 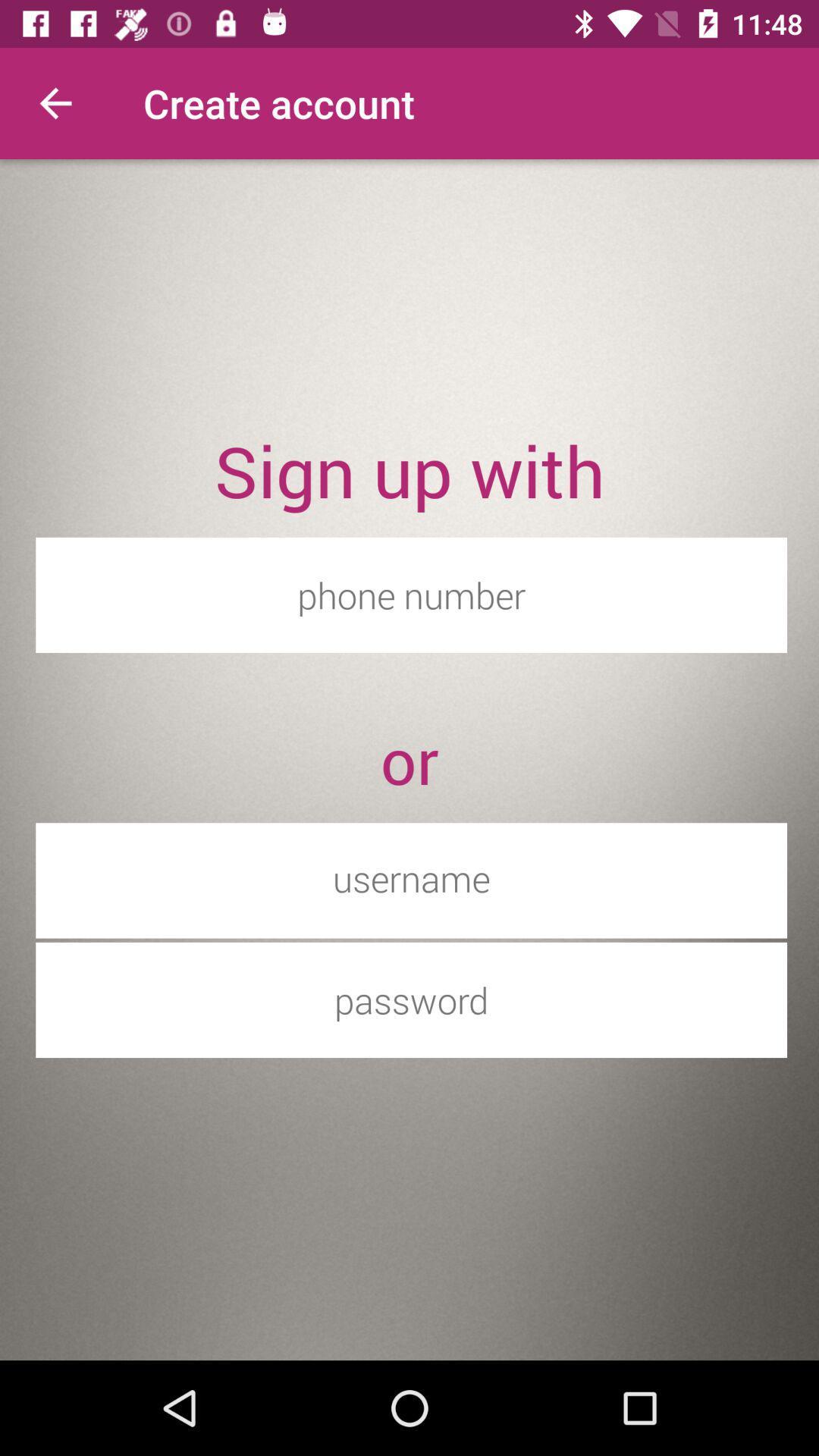 What do you see at coordinates (55, 102) in the screenshot?
I see `item to the left of create account icon` at bounding box center [55, 102].